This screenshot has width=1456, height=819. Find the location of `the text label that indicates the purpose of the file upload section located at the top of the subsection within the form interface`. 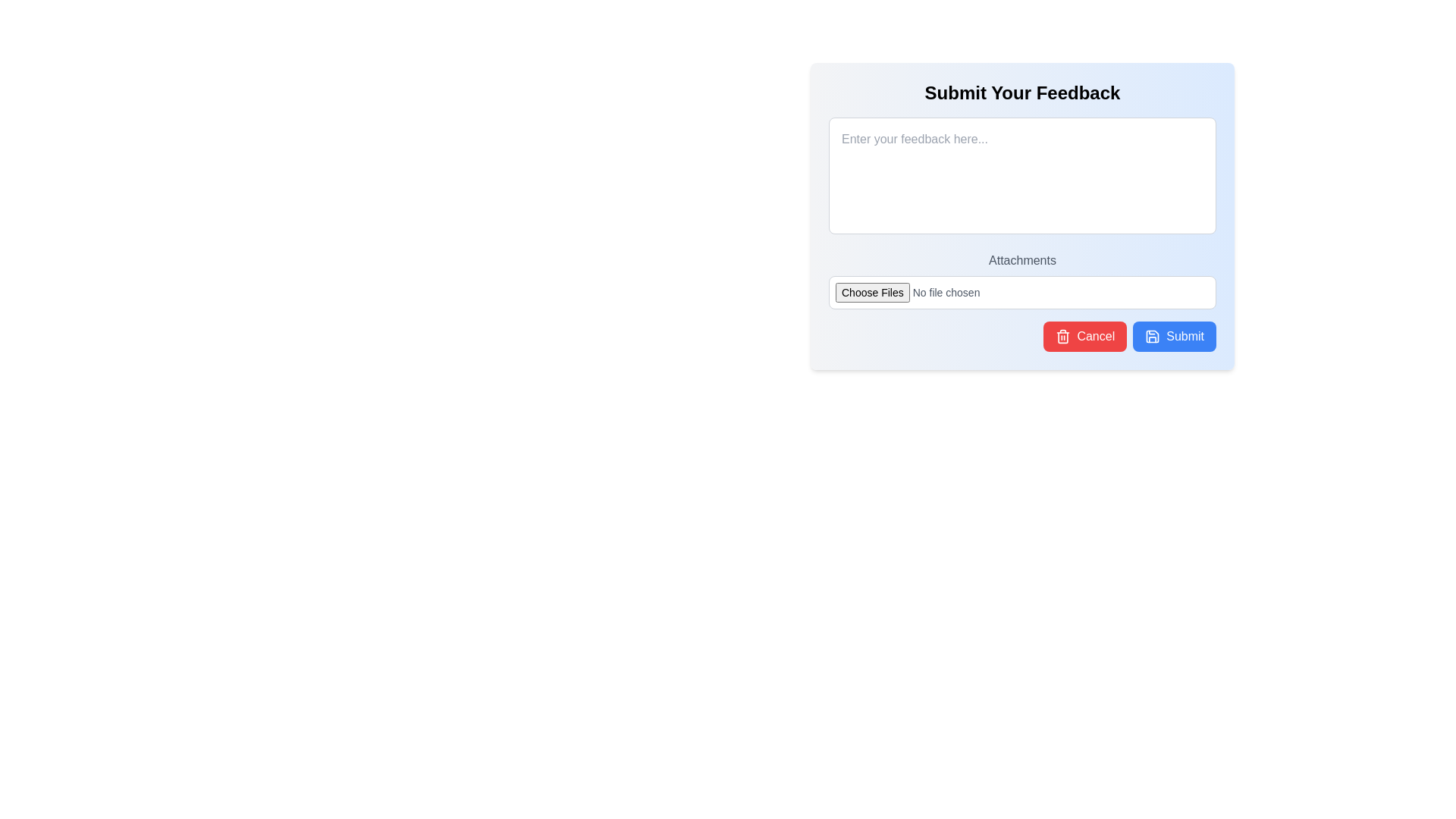

the text label that indicates the purpose of the file upload section located at the top of the subsection within the form interface is located at coordinates (1022, 259).